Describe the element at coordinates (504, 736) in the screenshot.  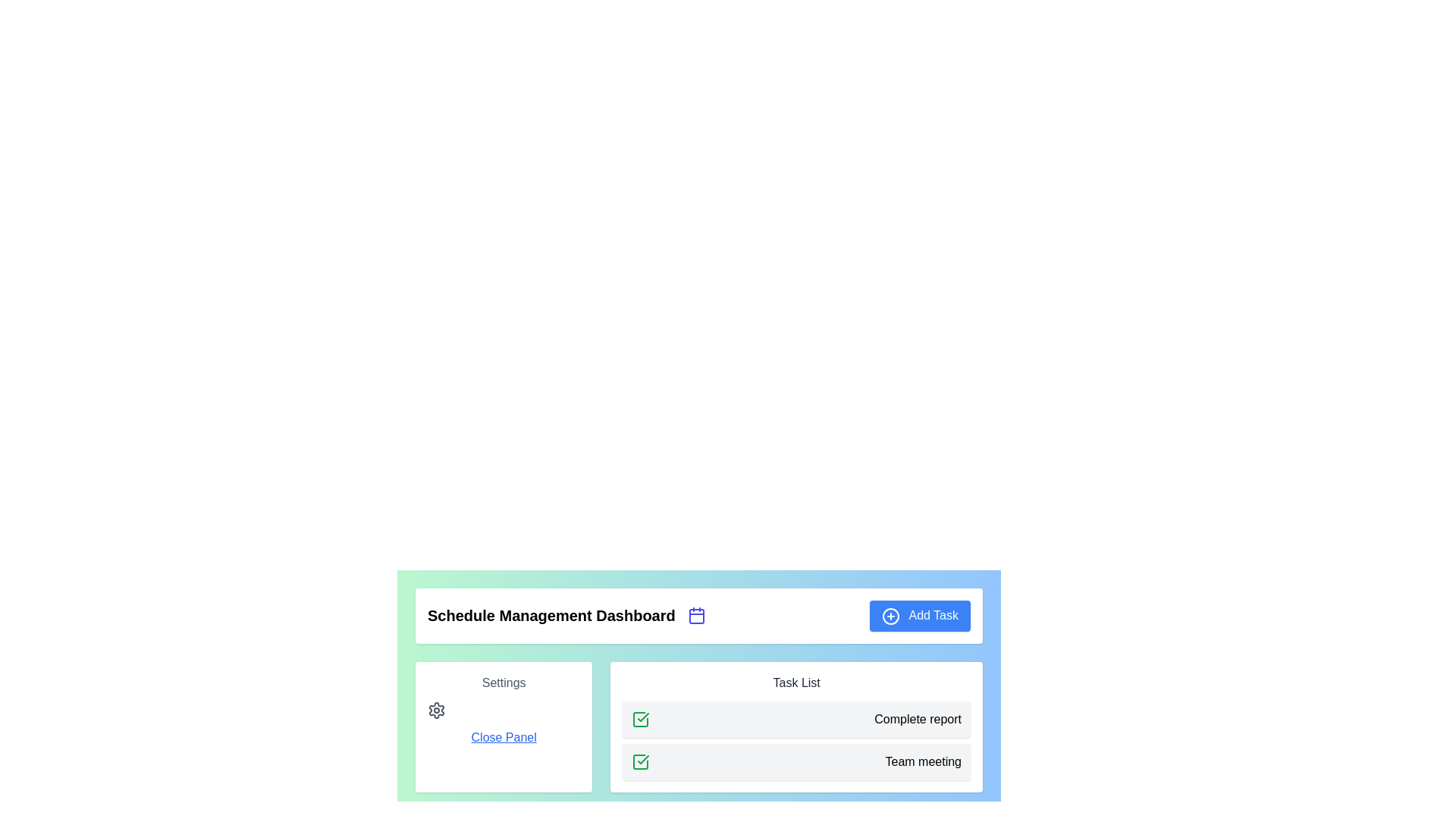
I see `the 'close' Text link in the 'Settings' section` at that location.